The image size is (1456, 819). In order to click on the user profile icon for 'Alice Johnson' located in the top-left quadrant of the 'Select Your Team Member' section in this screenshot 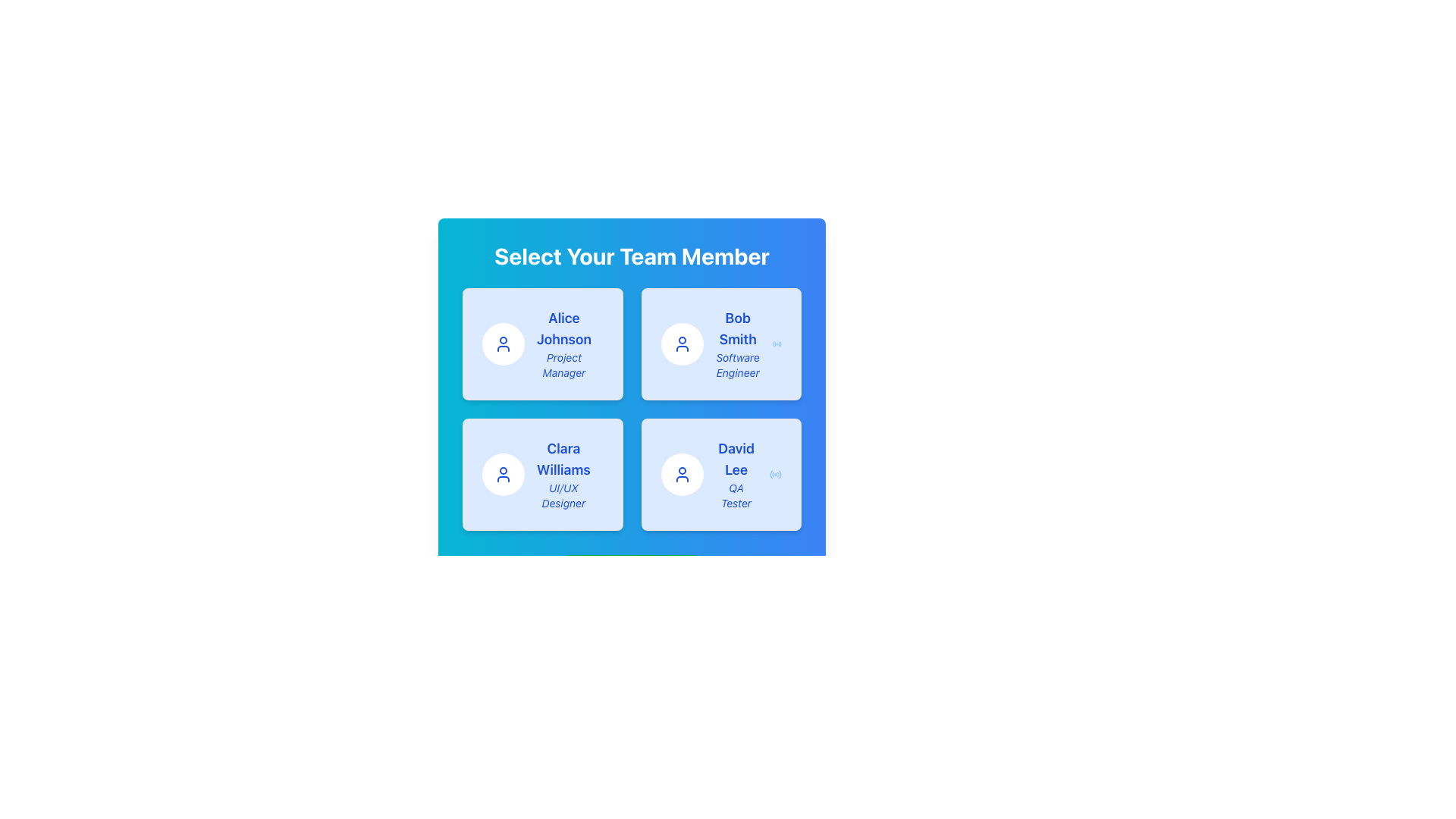, I will do `click(503, 344)`.